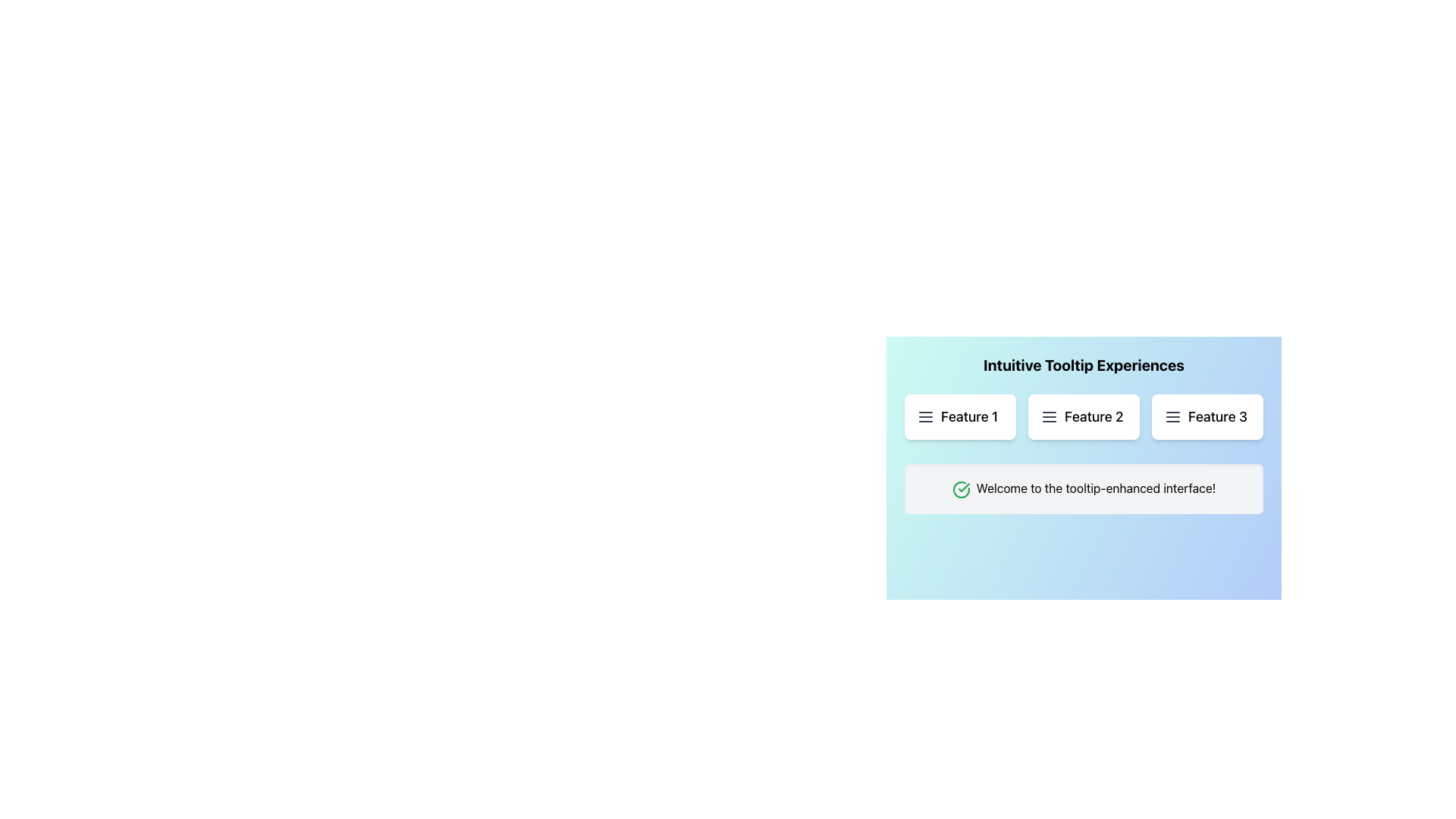  What do you see at coordinates (959, 417) in the screenshot?
I see `the first button labeled 'Feature 1'` at bounding box center [959, 417].